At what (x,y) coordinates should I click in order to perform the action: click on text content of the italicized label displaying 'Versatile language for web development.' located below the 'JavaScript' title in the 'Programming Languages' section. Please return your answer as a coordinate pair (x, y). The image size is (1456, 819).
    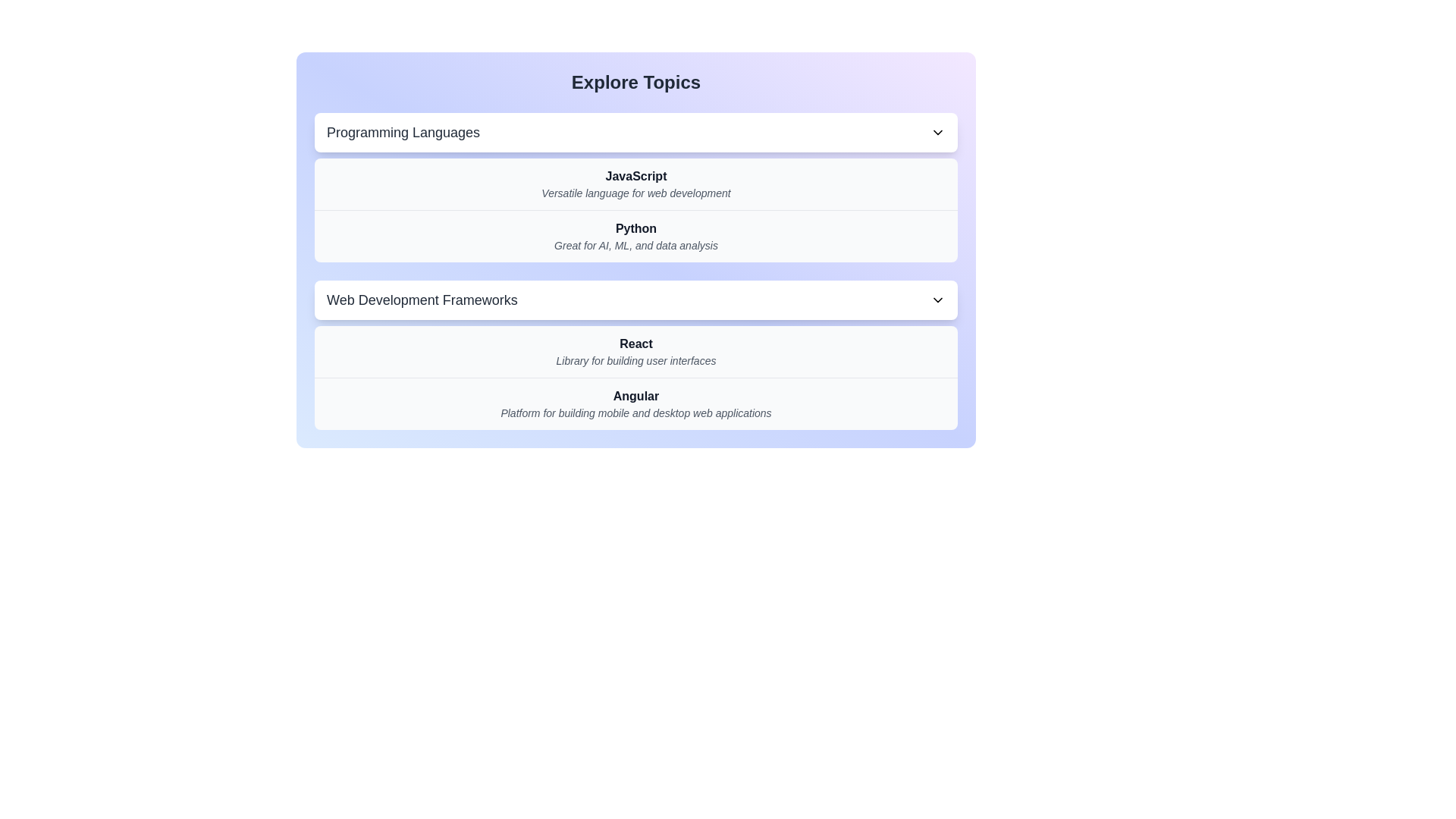
    Looking at the image, I should click on (636, 192).